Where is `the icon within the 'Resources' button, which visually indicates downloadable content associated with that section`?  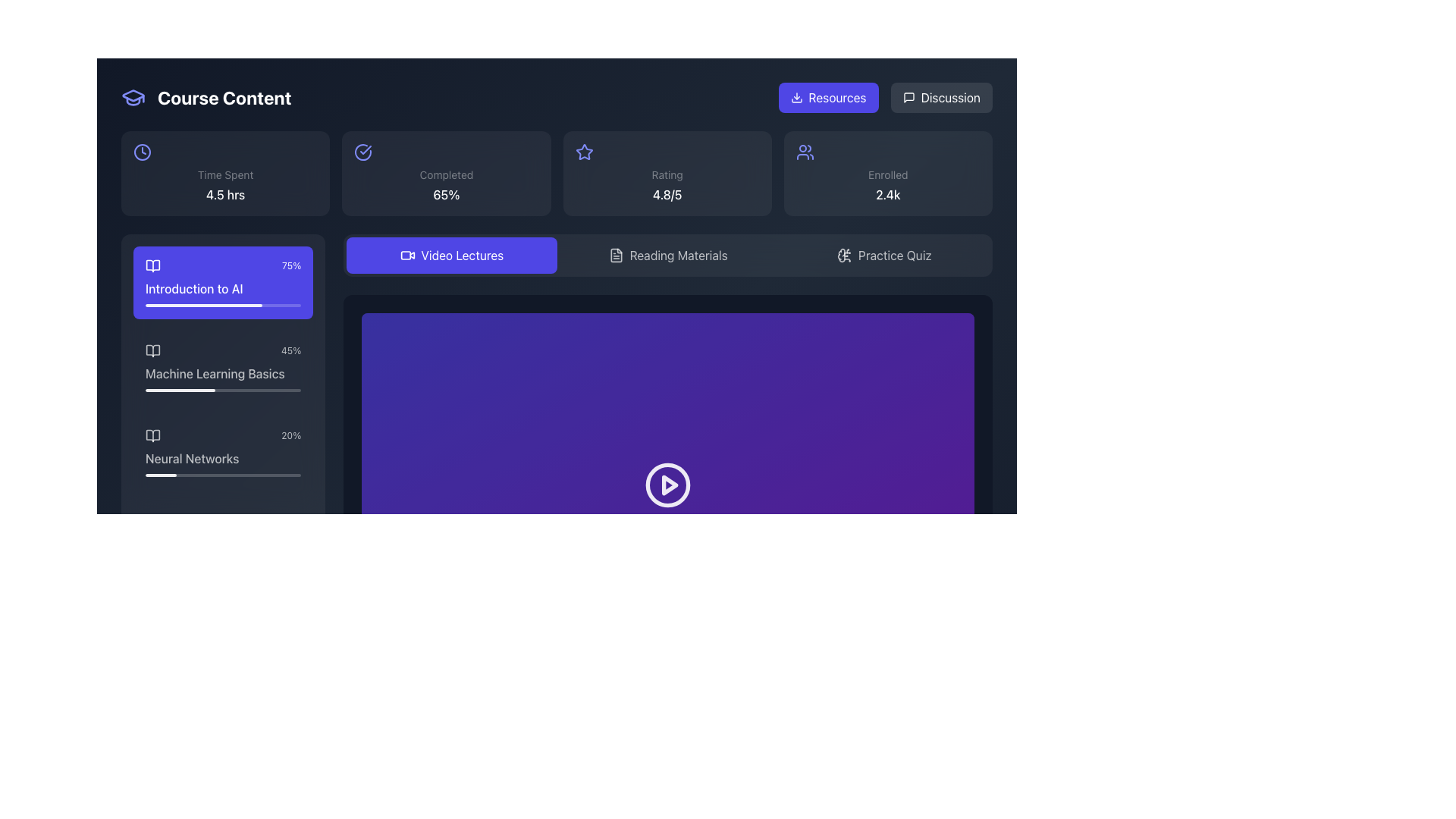
the icon within the 'Resources' button, which visually indicates downloadable content associated with that section is located at coordinates (795, 97).